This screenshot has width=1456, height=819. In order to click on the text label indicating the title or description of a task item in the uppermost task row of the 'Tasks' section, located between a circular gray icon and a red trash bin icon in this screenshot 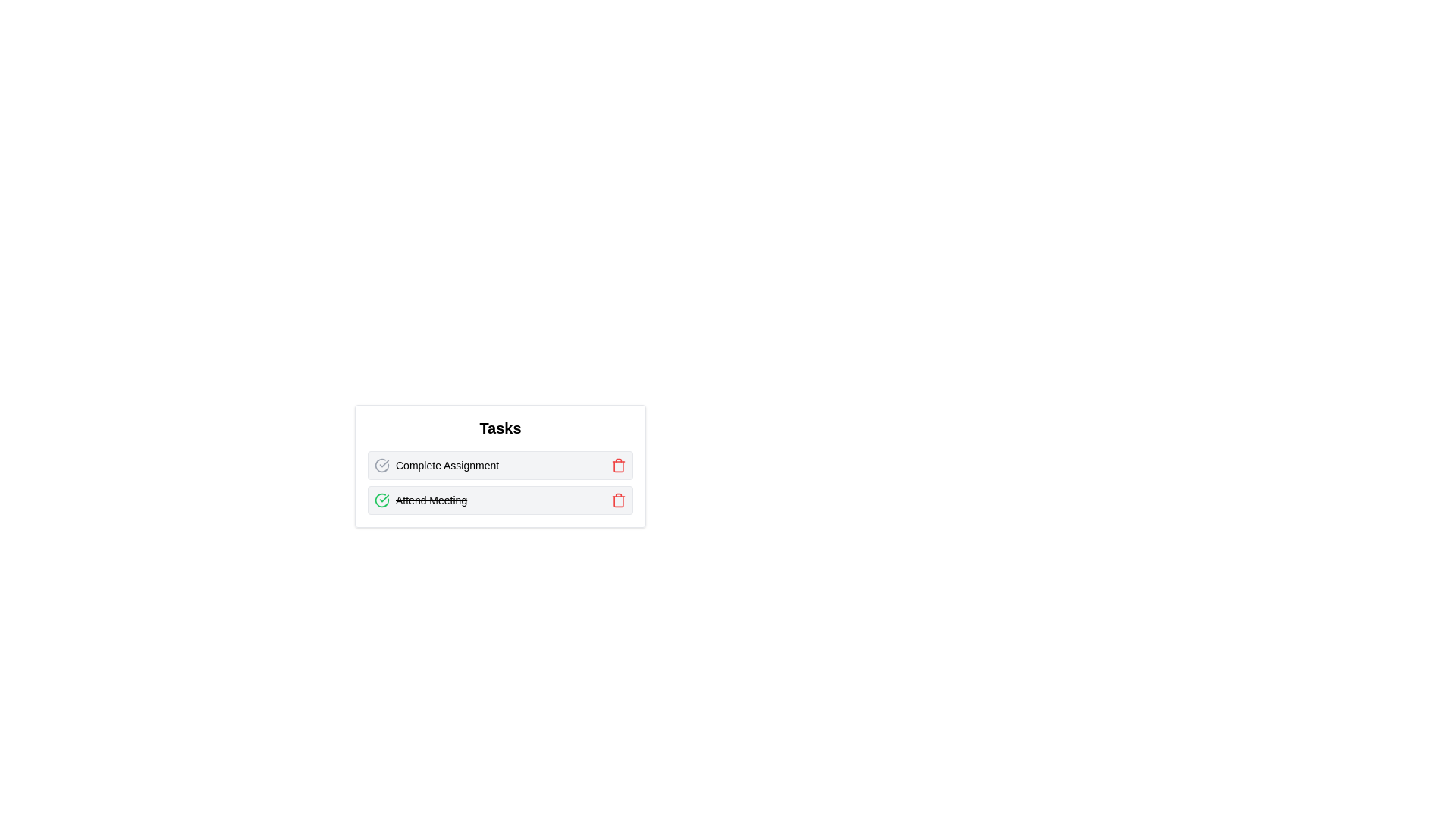, I will do `click(447, 464)`.